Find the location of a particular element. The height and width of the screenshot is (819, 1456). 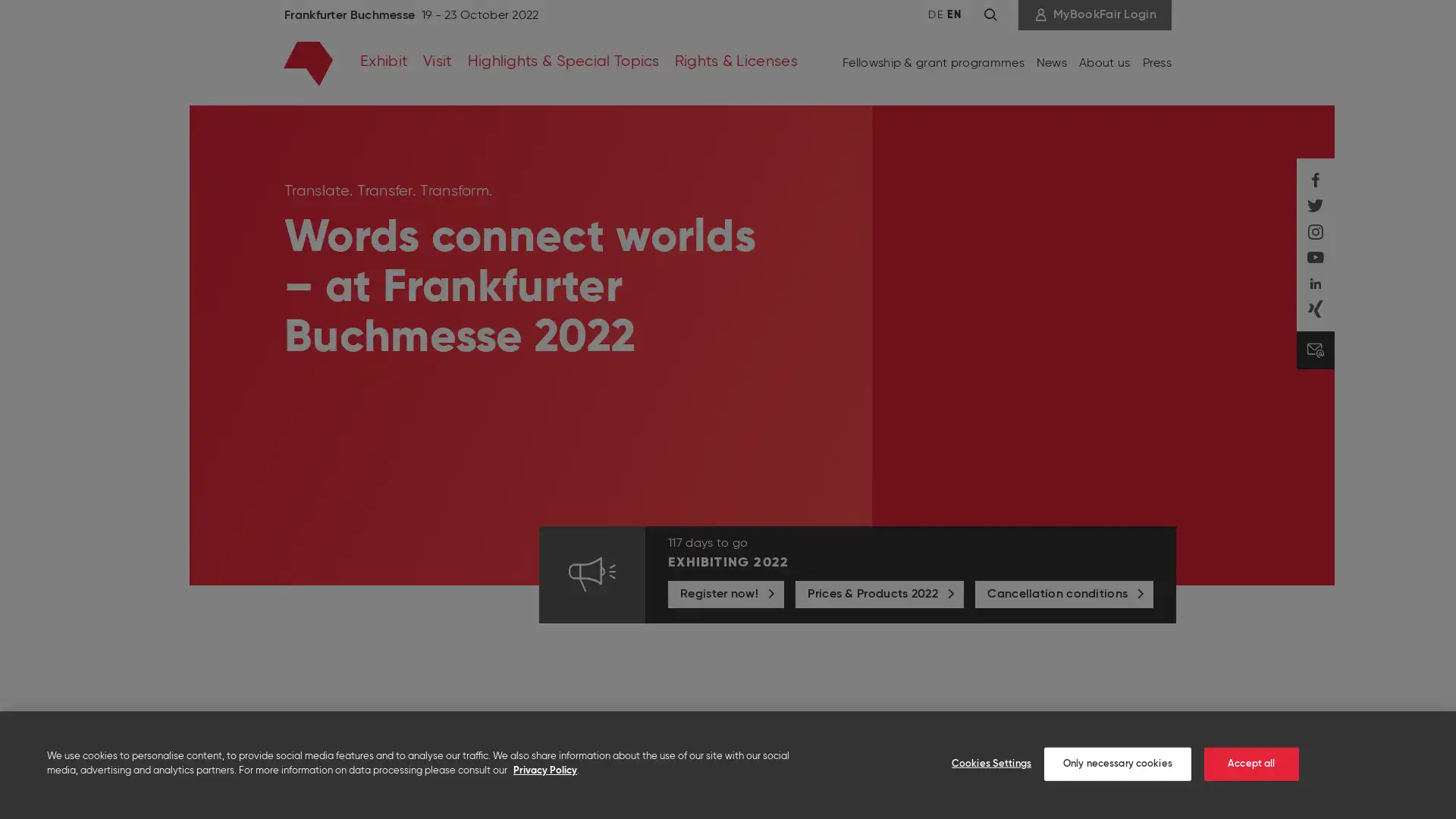

Only necessary cookies is located at coordinates (1117, 763).